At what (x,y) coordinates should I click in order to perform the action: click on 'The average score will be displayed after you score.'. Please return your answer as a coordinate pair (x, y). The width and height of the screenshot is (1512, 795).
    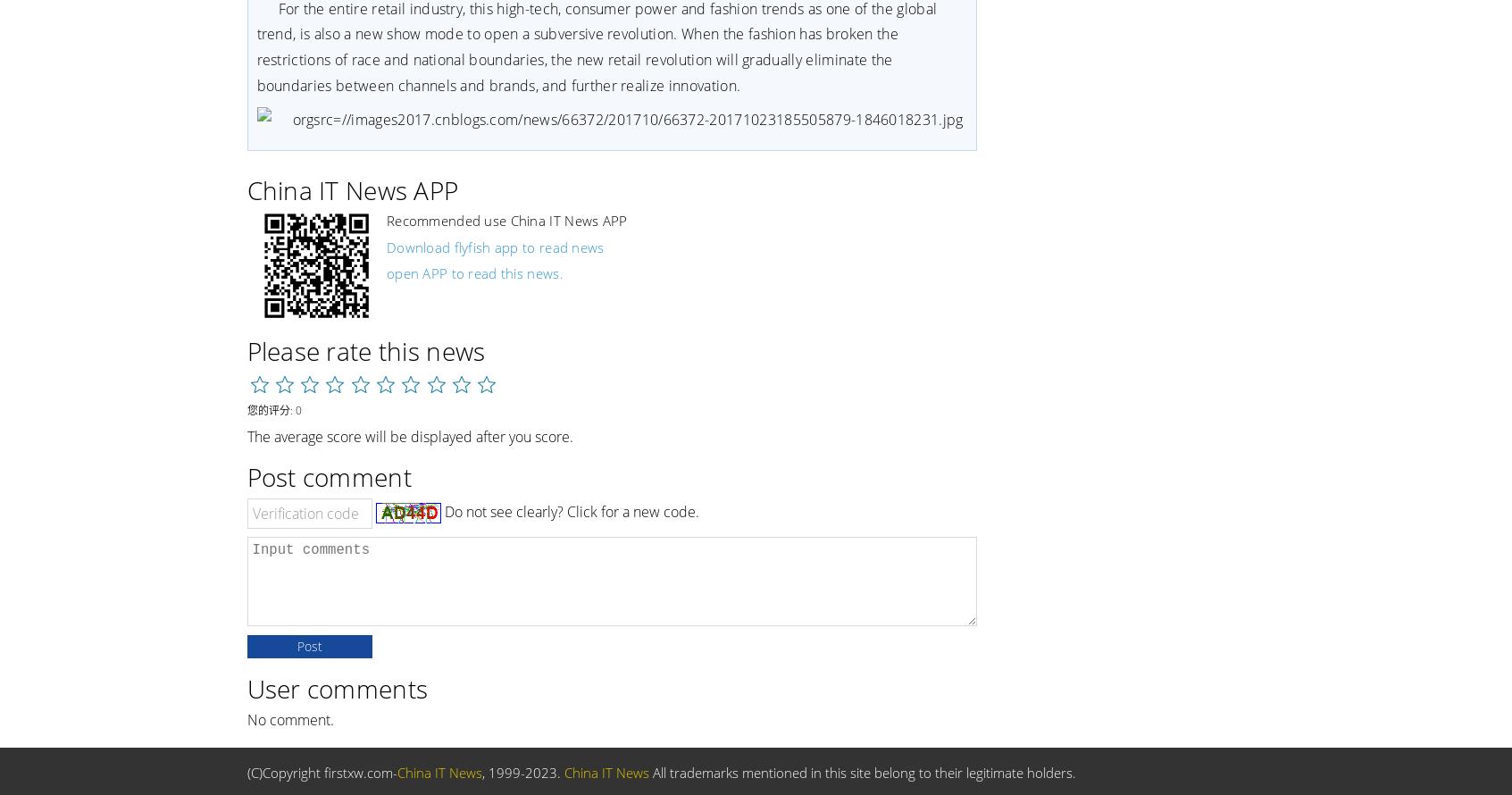
    Looking at the image, I should click on (409, 435).